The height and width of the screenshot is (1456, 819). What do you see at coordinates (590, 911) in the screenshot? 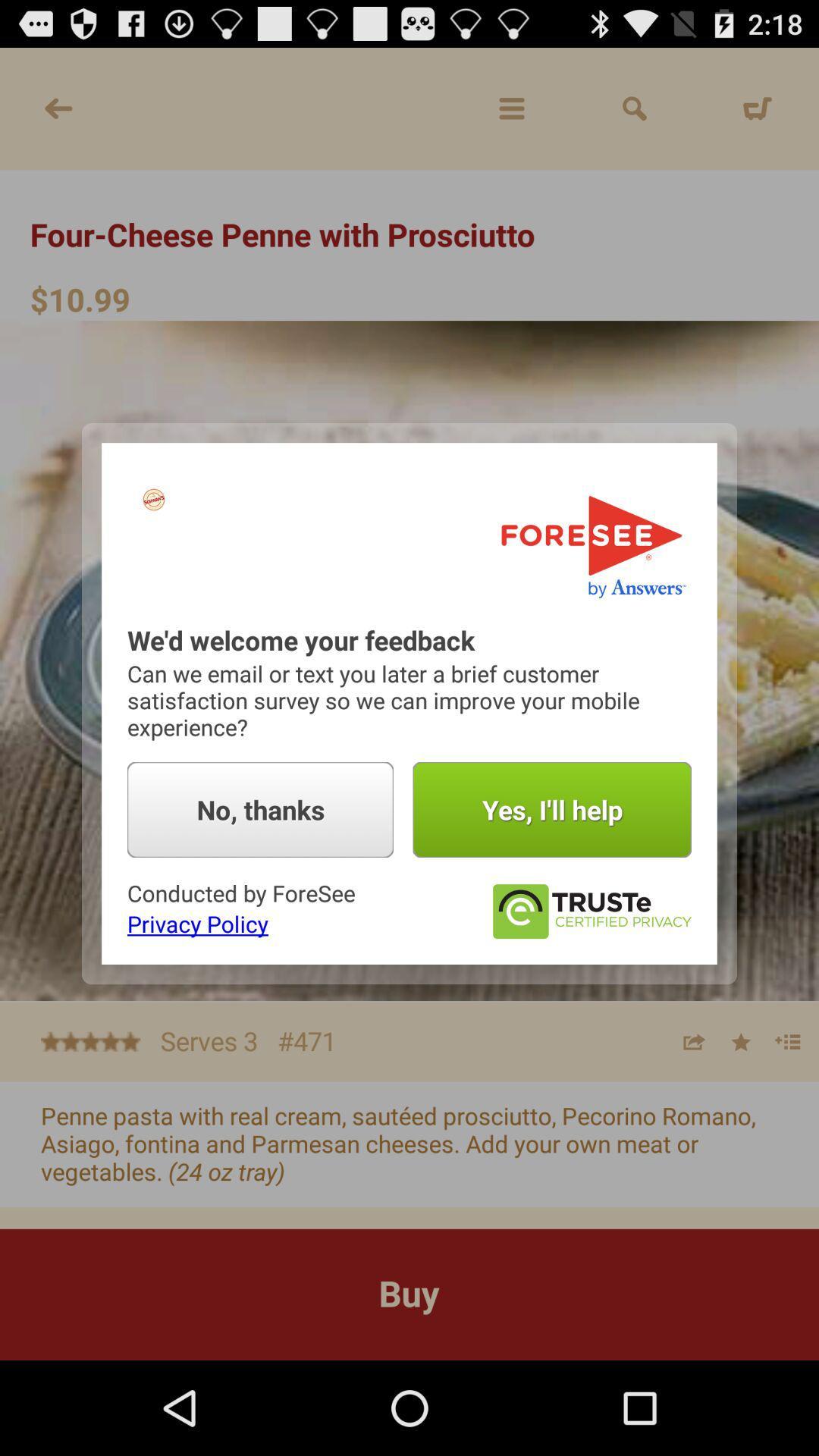
I see `open link` at bounding box center [590, 911].